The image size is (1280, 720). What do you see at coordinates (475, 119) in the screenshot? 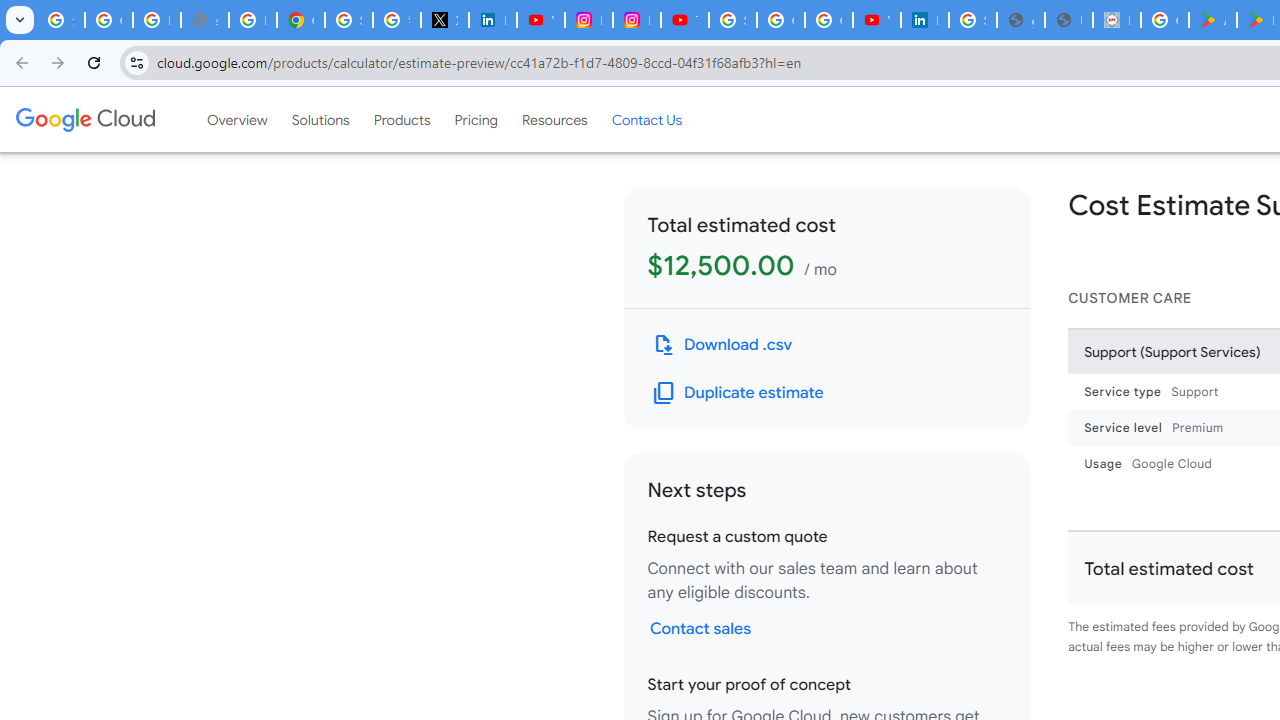
I see `'Pricing'` at bounding box center [475, 119].